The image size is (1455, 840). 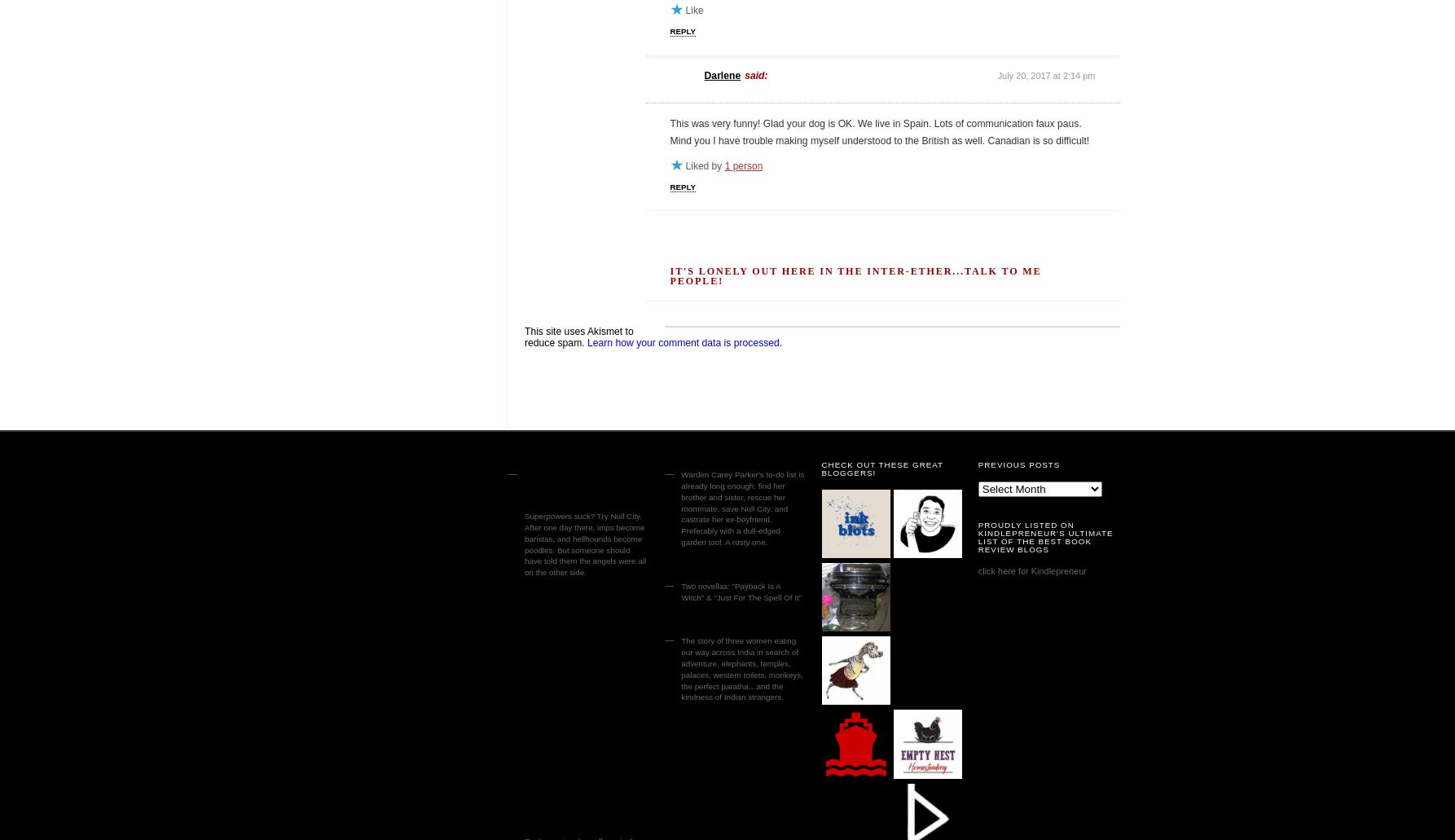 I want to click on '.', so click(x=780, y=342).